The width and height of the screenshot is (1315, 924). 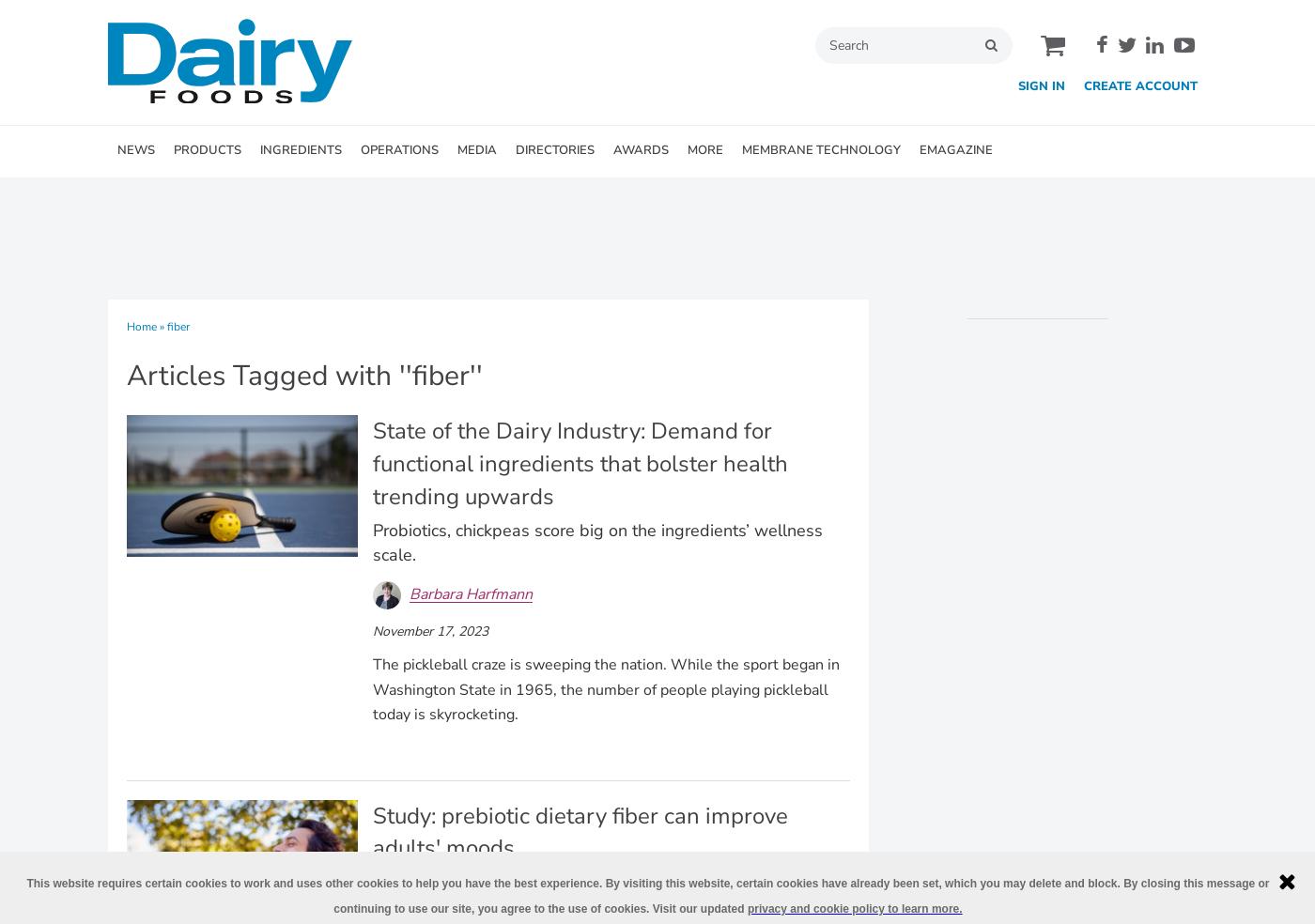 What do you see at coordinates (428, 630) in the screenshot?
I see `'November 17, 2023'` at bounding box center [428, 630].